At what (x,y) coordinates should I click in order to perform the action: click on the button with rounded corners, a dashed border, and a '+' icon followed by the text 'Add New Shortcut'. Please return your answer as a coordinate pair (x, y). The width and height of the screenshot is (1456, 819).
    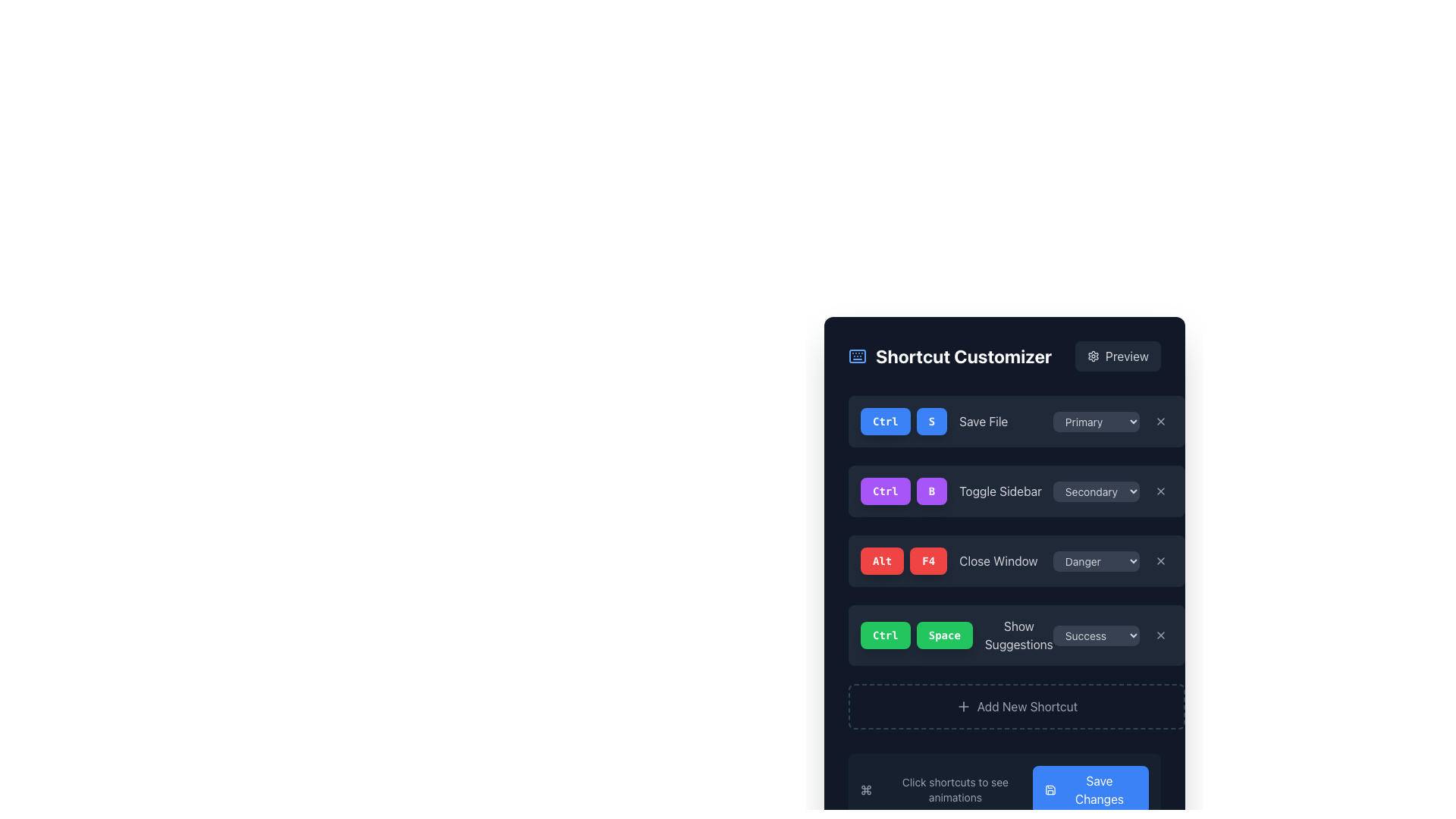
    Looking at the image, I should click on (1015, 707).